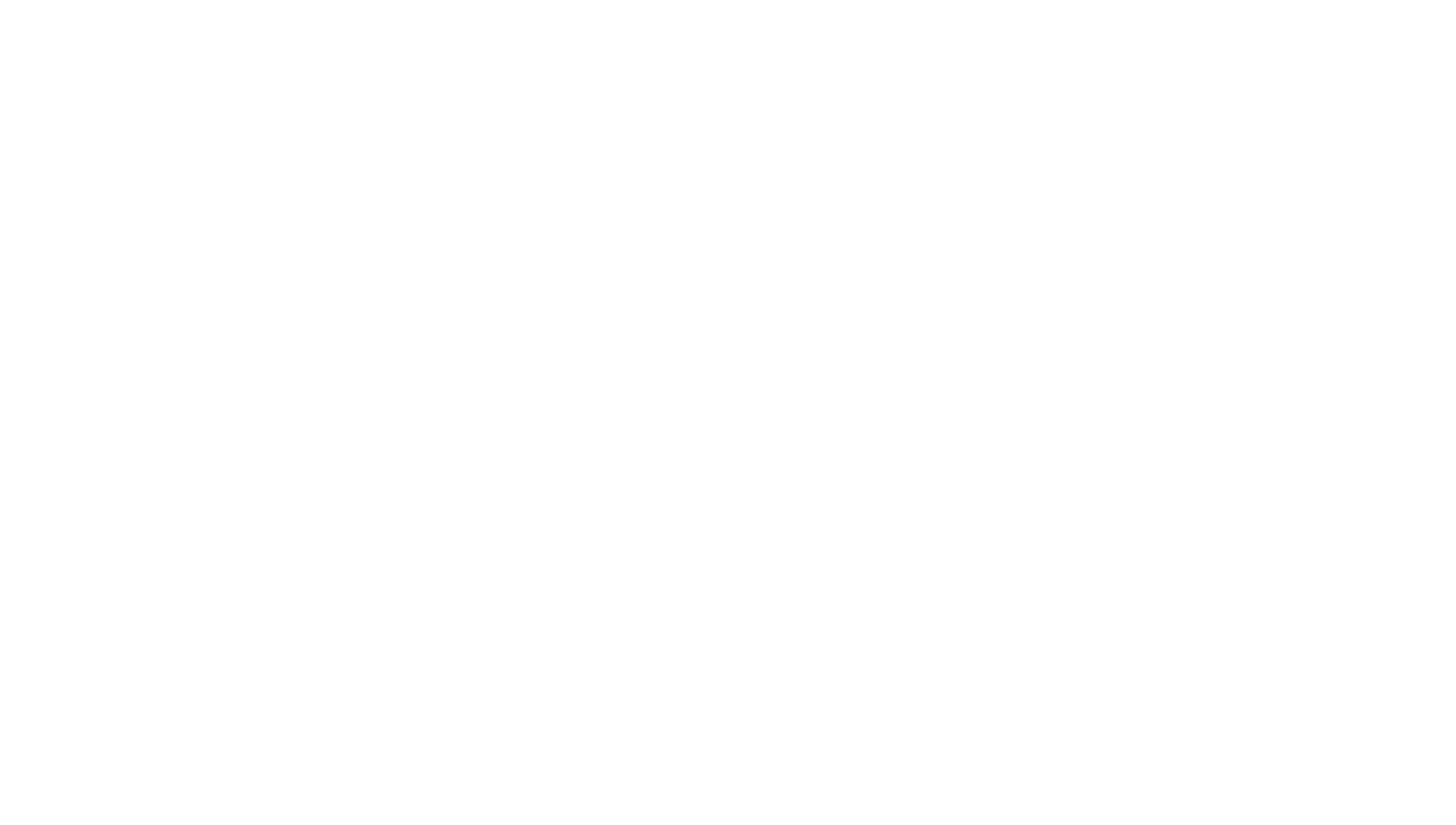 This screenshot has width=1456, height=825. Describe the element at coordinates (634, 117) in the screenshot. I see `'Telefunken Tri-Mono Mic System Debuts at AES'` at that location.